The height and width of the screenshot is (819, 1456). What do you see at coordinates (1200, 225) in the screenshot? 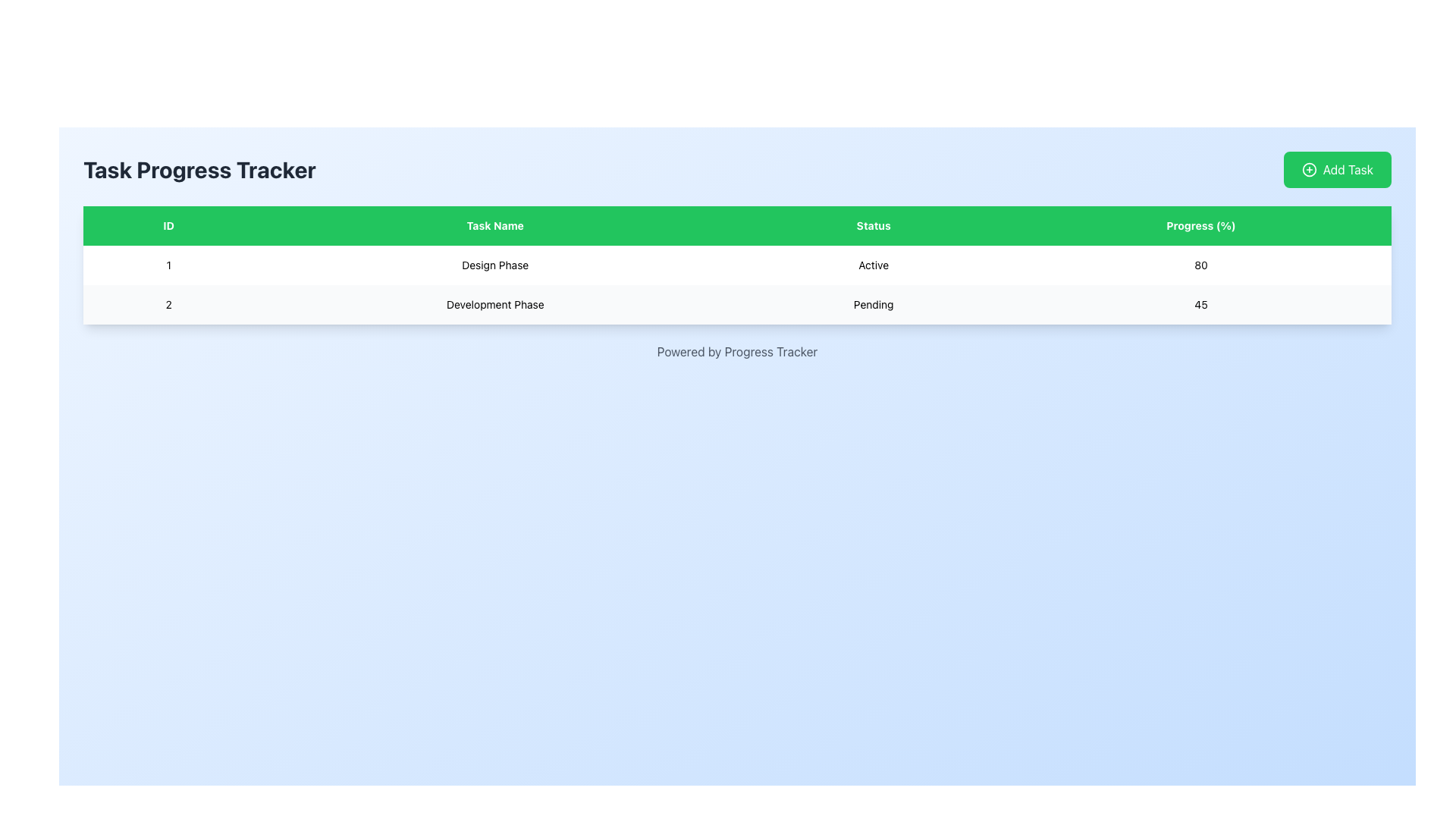
I see `text content of the 'Progress (%)' header in the table, which is the fourth column header styled with white font on a green background` at bounding box center [1200, 225].